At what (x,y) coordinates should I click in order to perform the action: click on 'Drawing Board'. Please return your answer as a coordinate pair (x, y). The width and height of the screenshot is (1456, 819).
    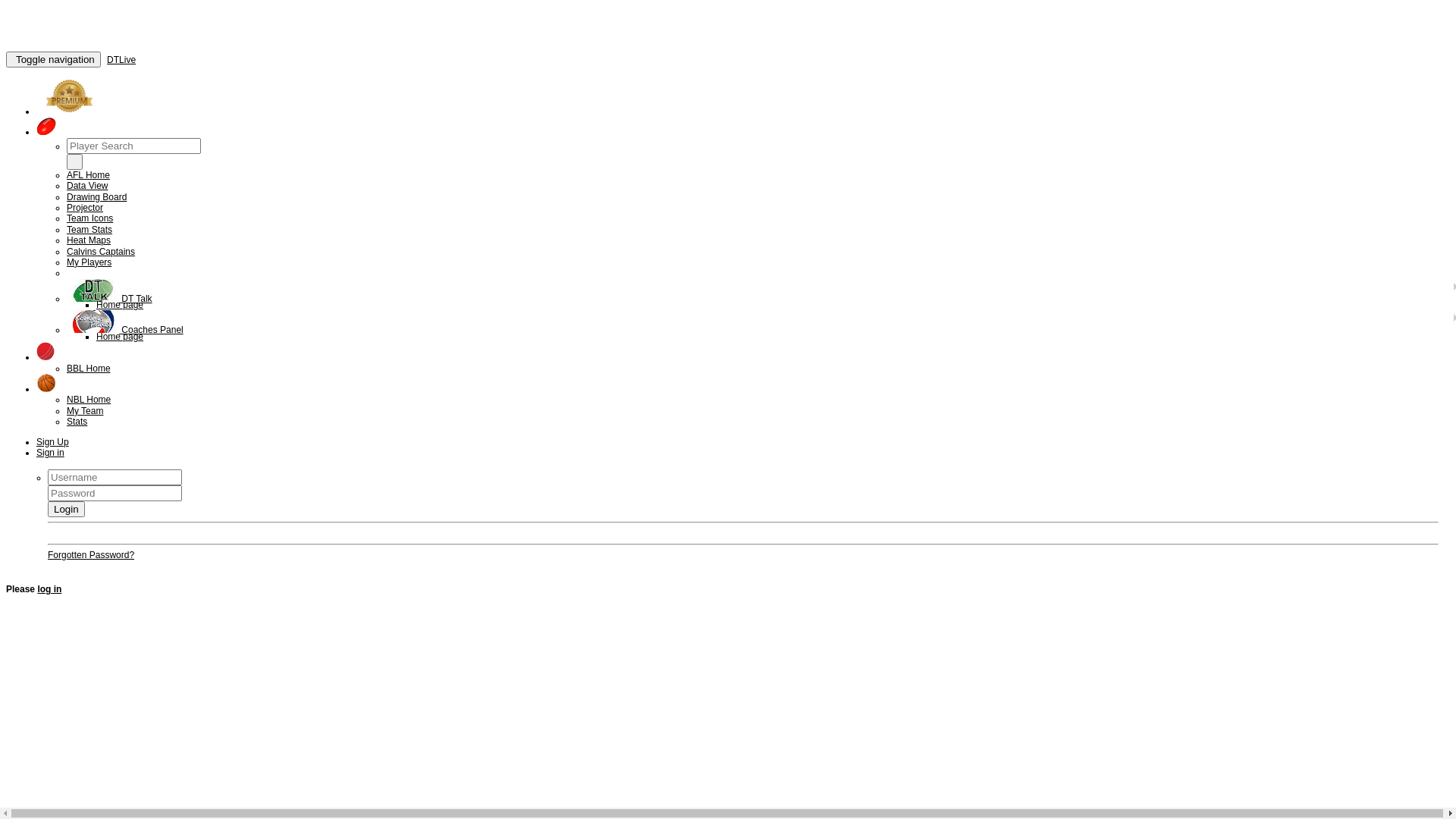
    Looking at the image, I should click on (65, 196).